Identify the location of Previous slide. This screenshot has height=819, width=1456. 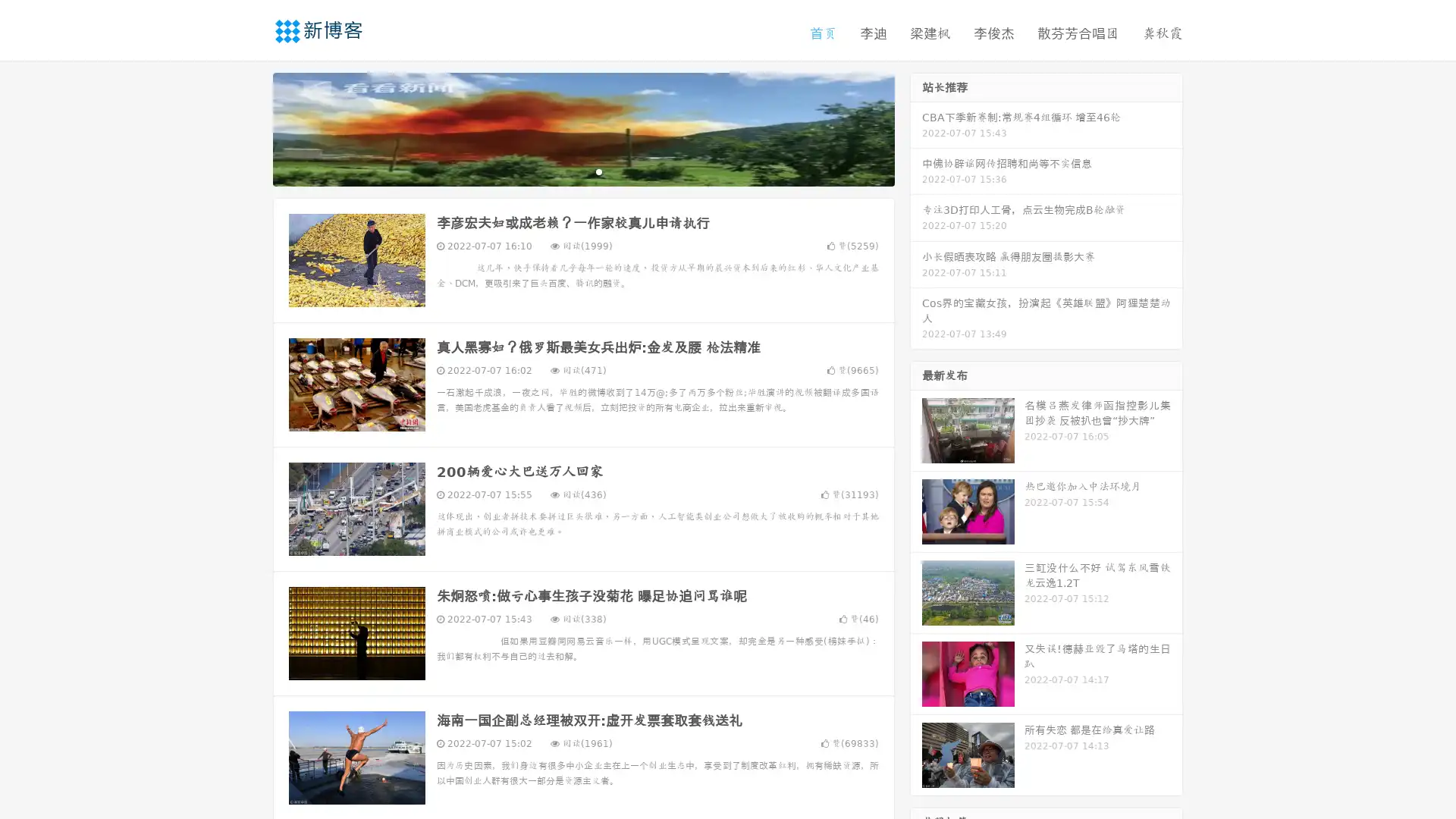
(250, 127).